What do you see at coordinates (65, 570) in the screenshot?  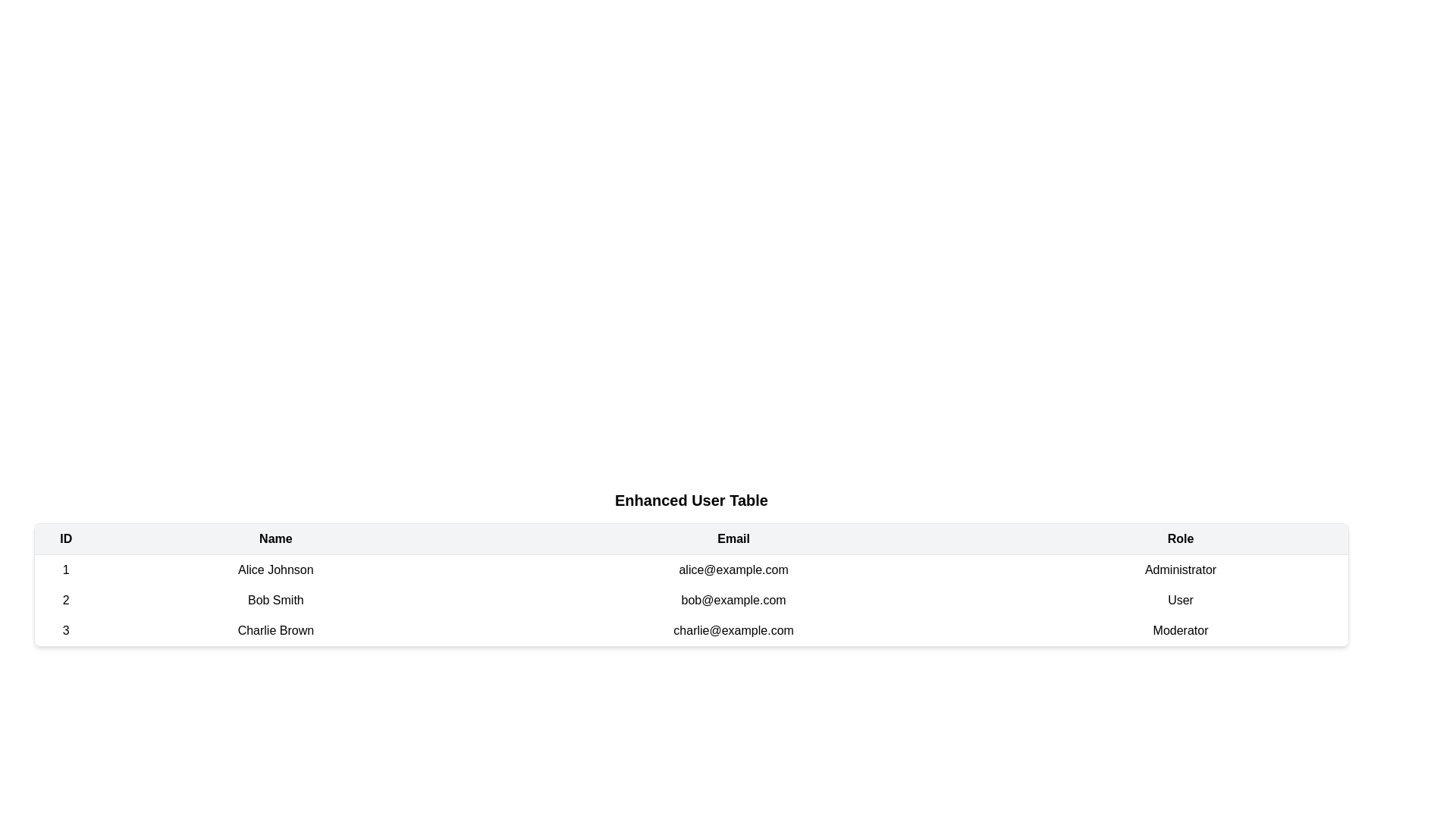 I see `the text label displaying the number '1' located in the first column of the first row of the table, under the 'ID' header` at bounding box center [65, 570].